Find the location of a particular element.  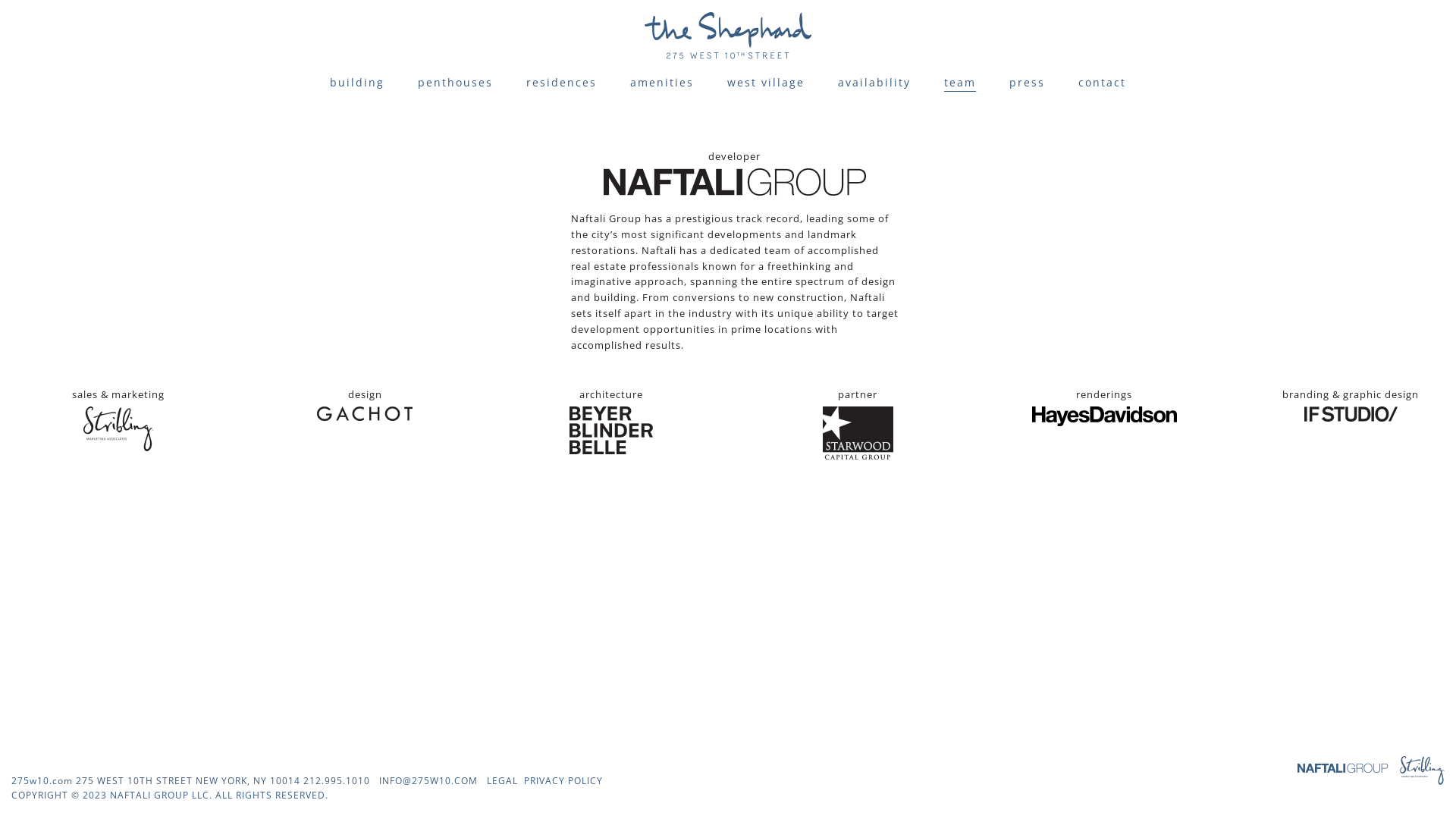

'building' is located at coordinates (356, 82).